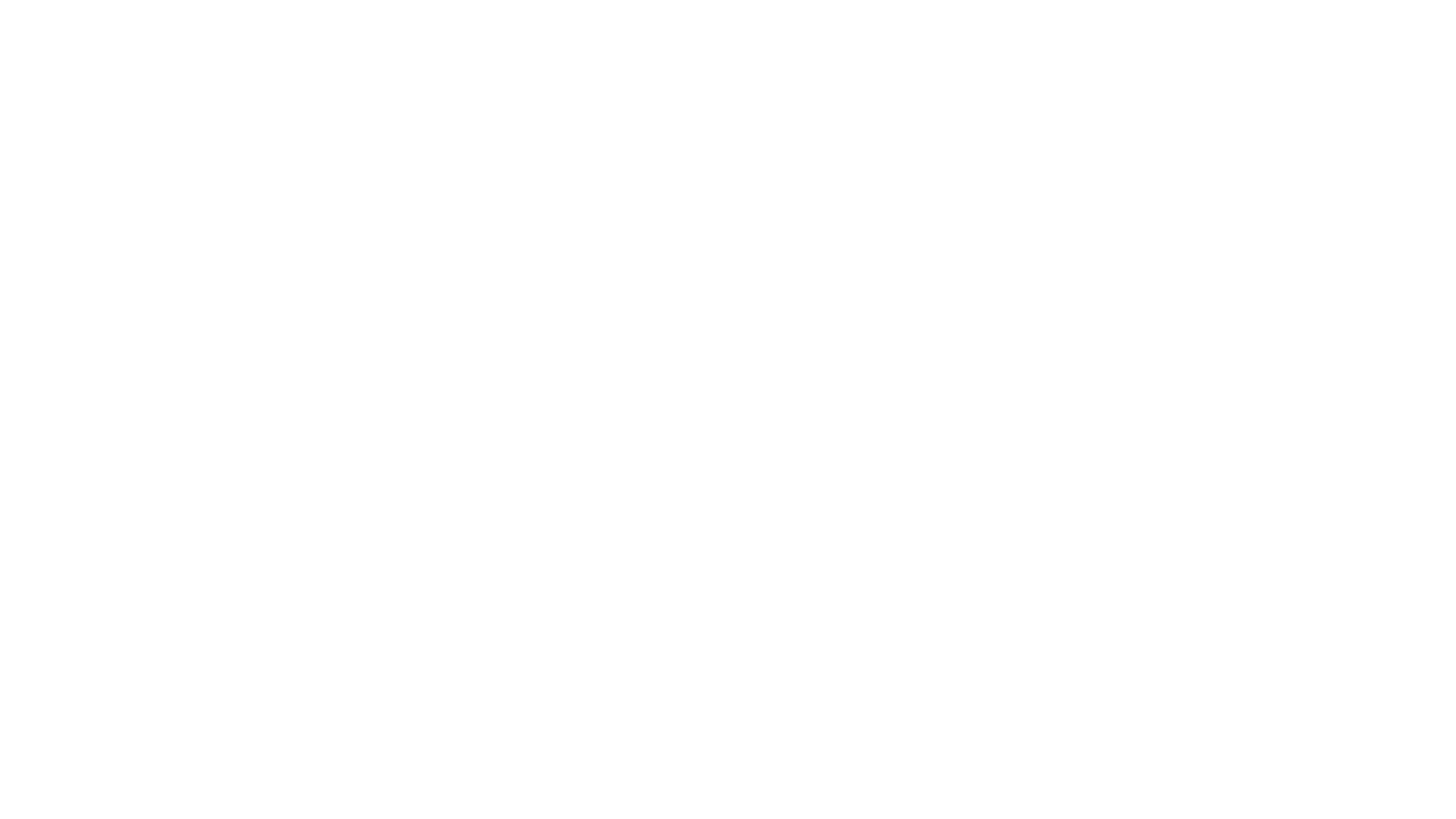 This screenshot has height=819, width=1456. I want to click on Continuer sans accepter, so click(709, 194).